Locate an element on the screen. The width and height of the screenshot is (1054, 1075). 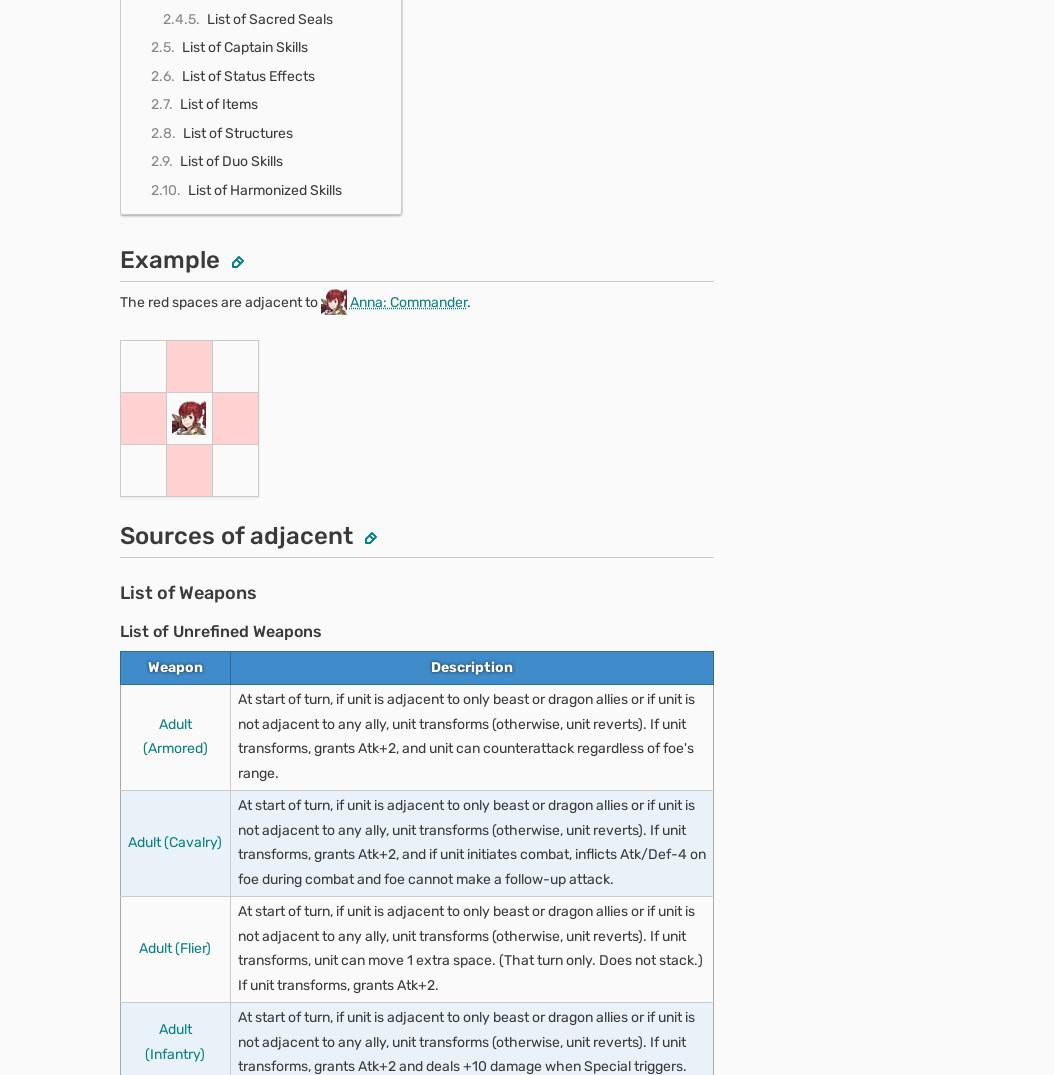
'Infantry Breath 1' is located at coordinates (208, 185).